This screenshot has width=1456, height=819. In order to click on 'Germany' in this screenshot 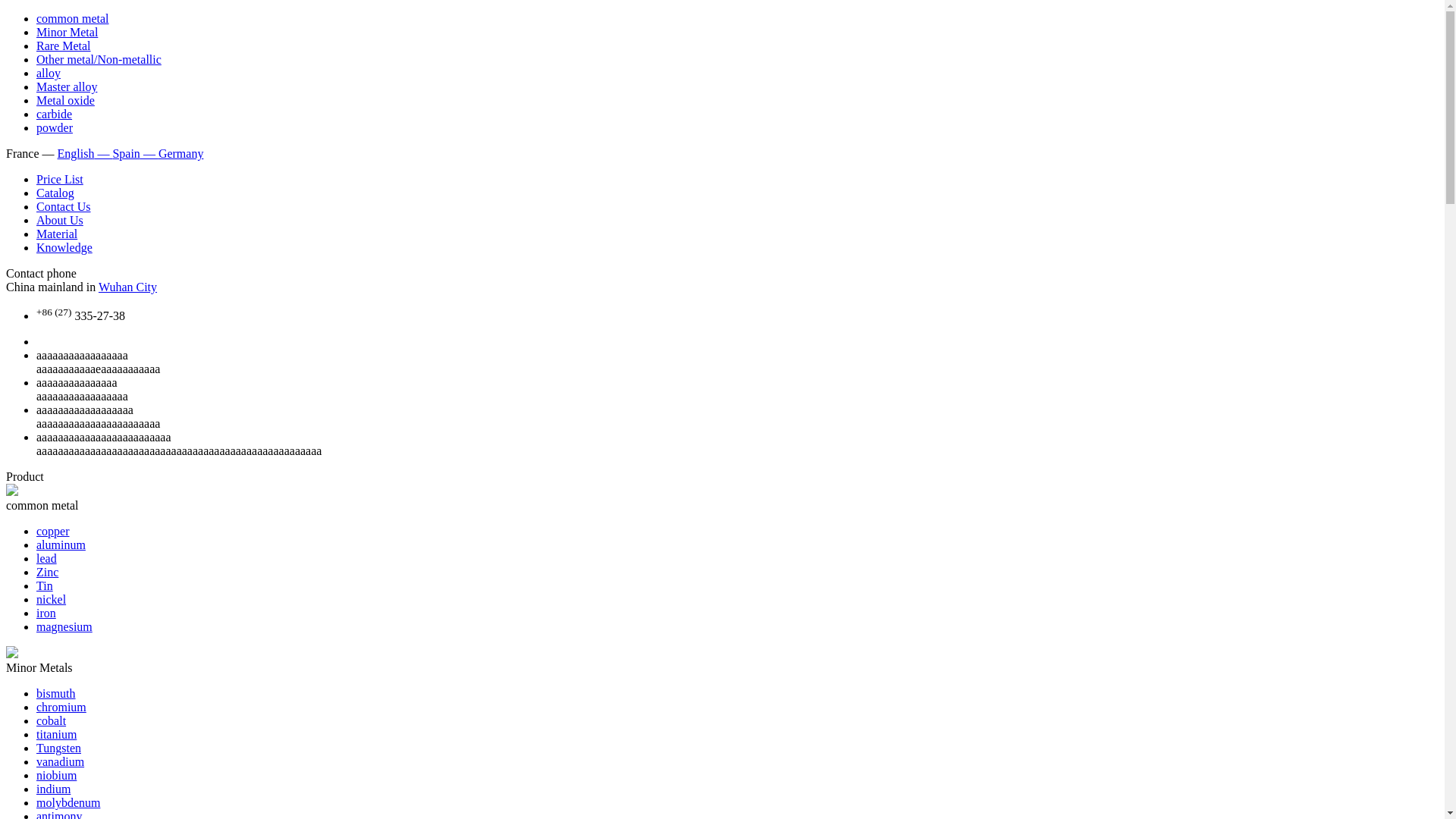, I will do `click(181, 153)`.